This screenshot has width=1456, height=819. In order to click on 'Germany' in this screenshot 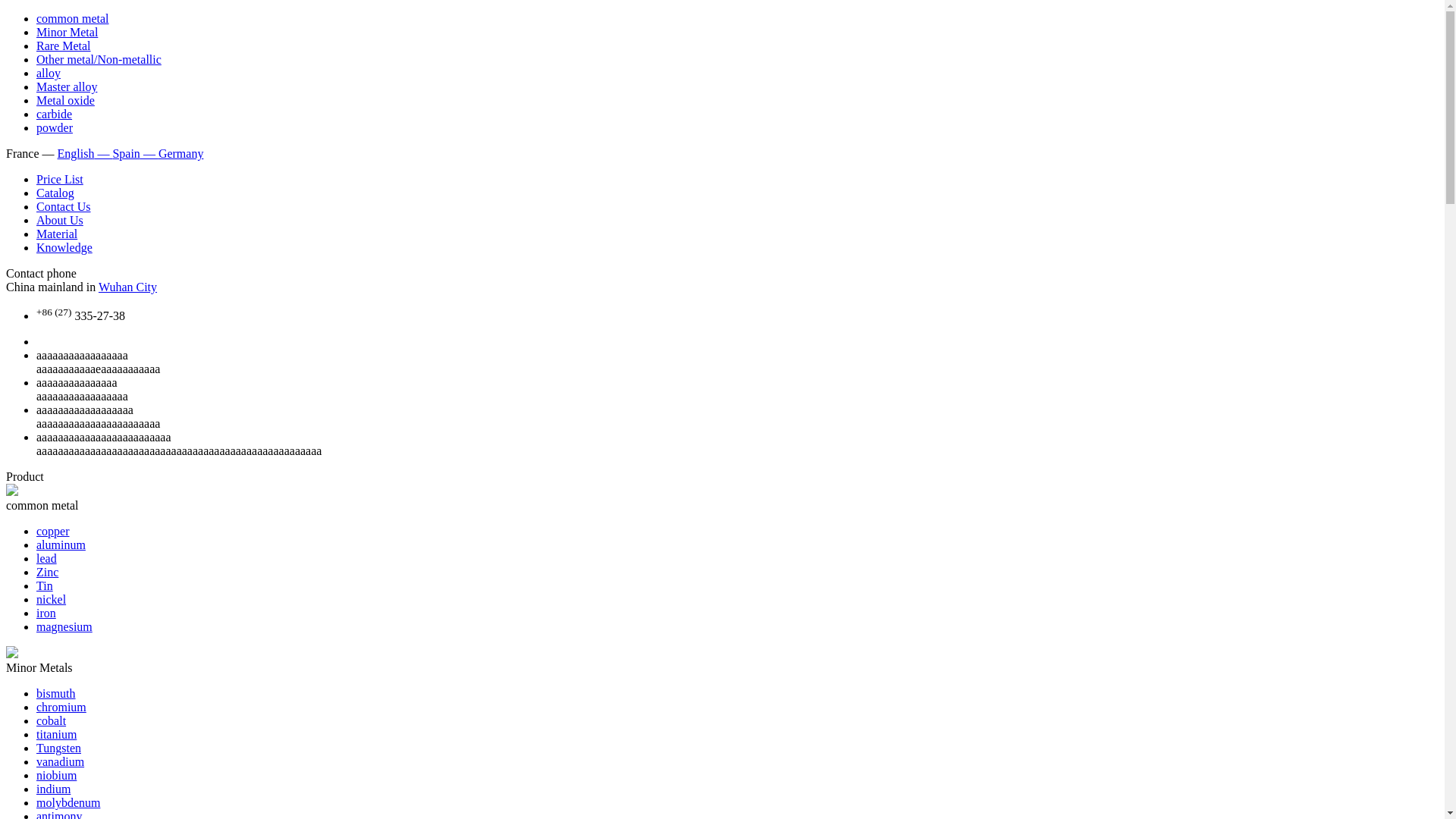, I will do `click(181, 153)`.